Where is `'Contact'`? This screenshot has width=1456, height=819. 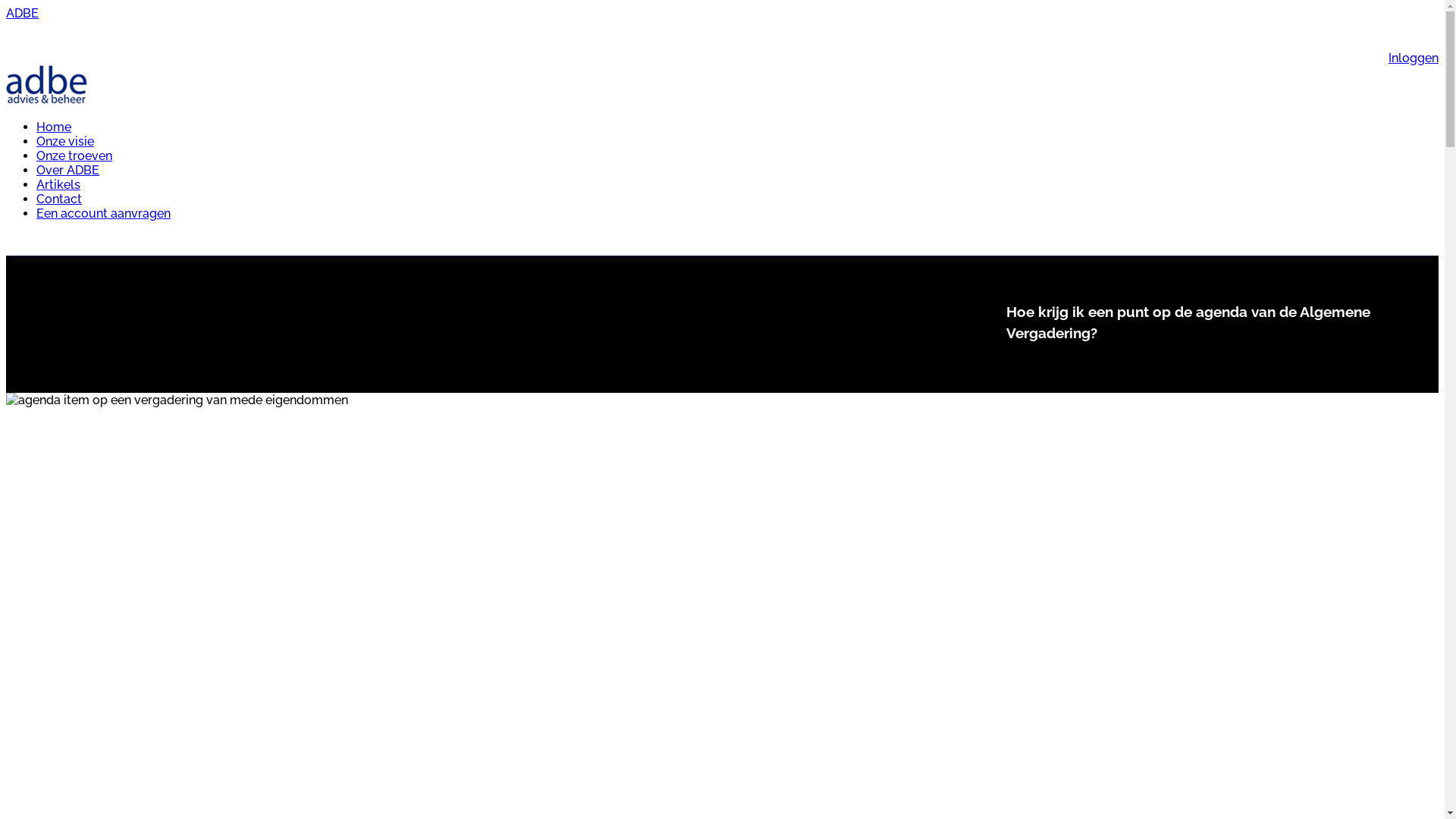
'Contact' is located at coordinates (58, 198).